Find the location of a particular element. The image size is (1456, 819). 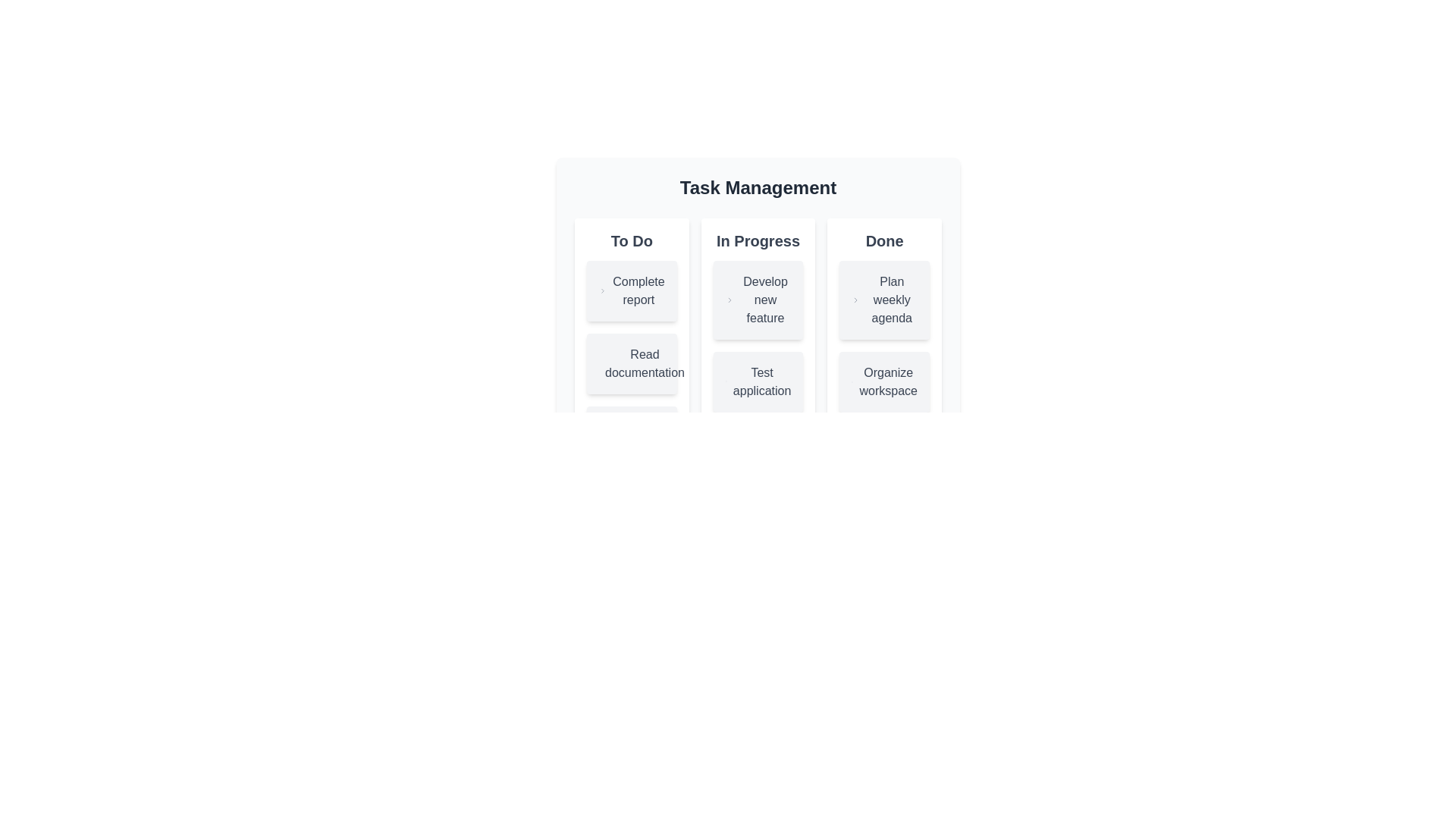

the small graphic arrow pointing right, located in the 'To Do' column beside the 'Read documentation' task to interact with it is located at coordinates (607, 363).